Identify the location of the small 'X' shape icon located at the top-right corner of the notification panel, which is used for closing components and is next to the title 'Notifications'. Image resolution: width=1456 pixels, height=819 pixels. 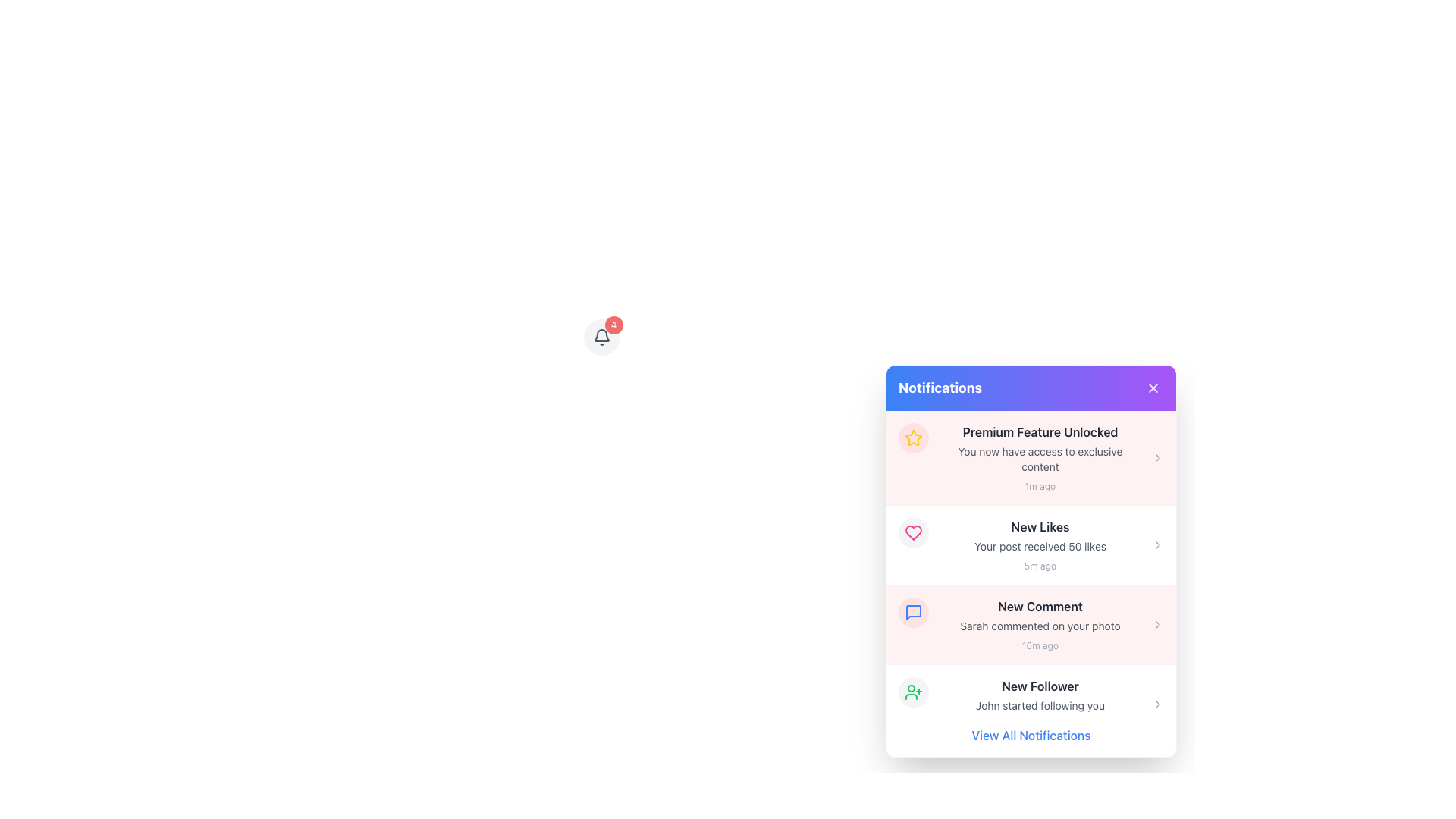
(1153, 388).